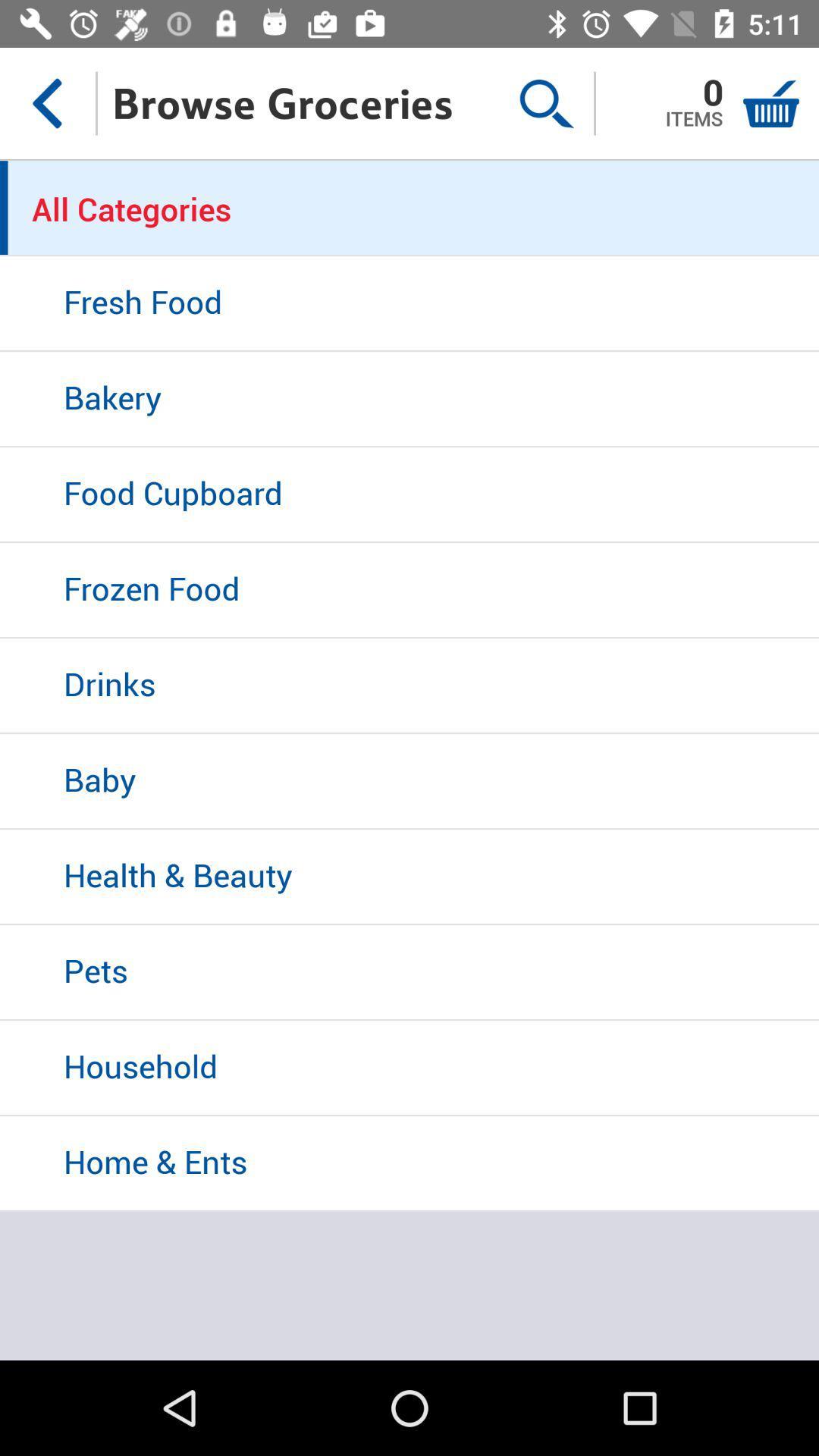 The height and width of the screenshot is (1456, 819). Describe the element at coordinates (409, 590) in the screenshot. I see `frozen food icon` at that location.